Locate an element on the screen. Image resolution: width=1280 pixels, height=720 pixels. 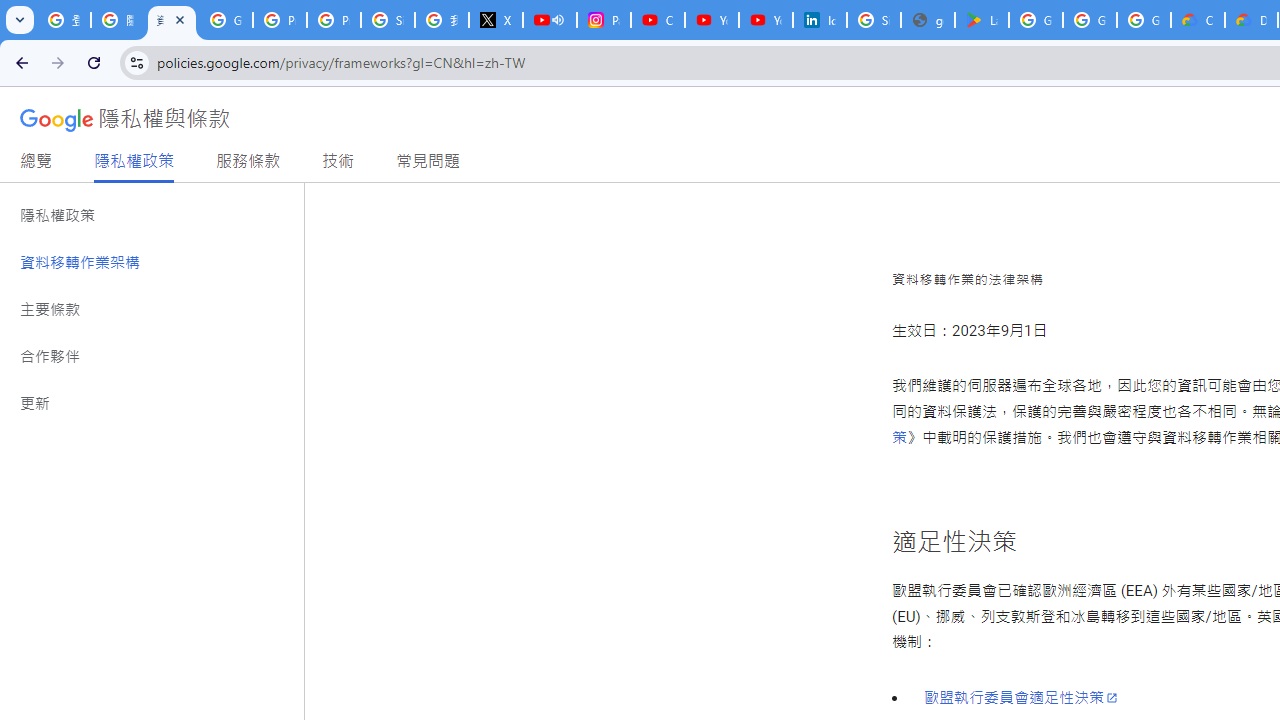
'Google Workspace - Specific Terms' is located at coordinates (1144, 20).